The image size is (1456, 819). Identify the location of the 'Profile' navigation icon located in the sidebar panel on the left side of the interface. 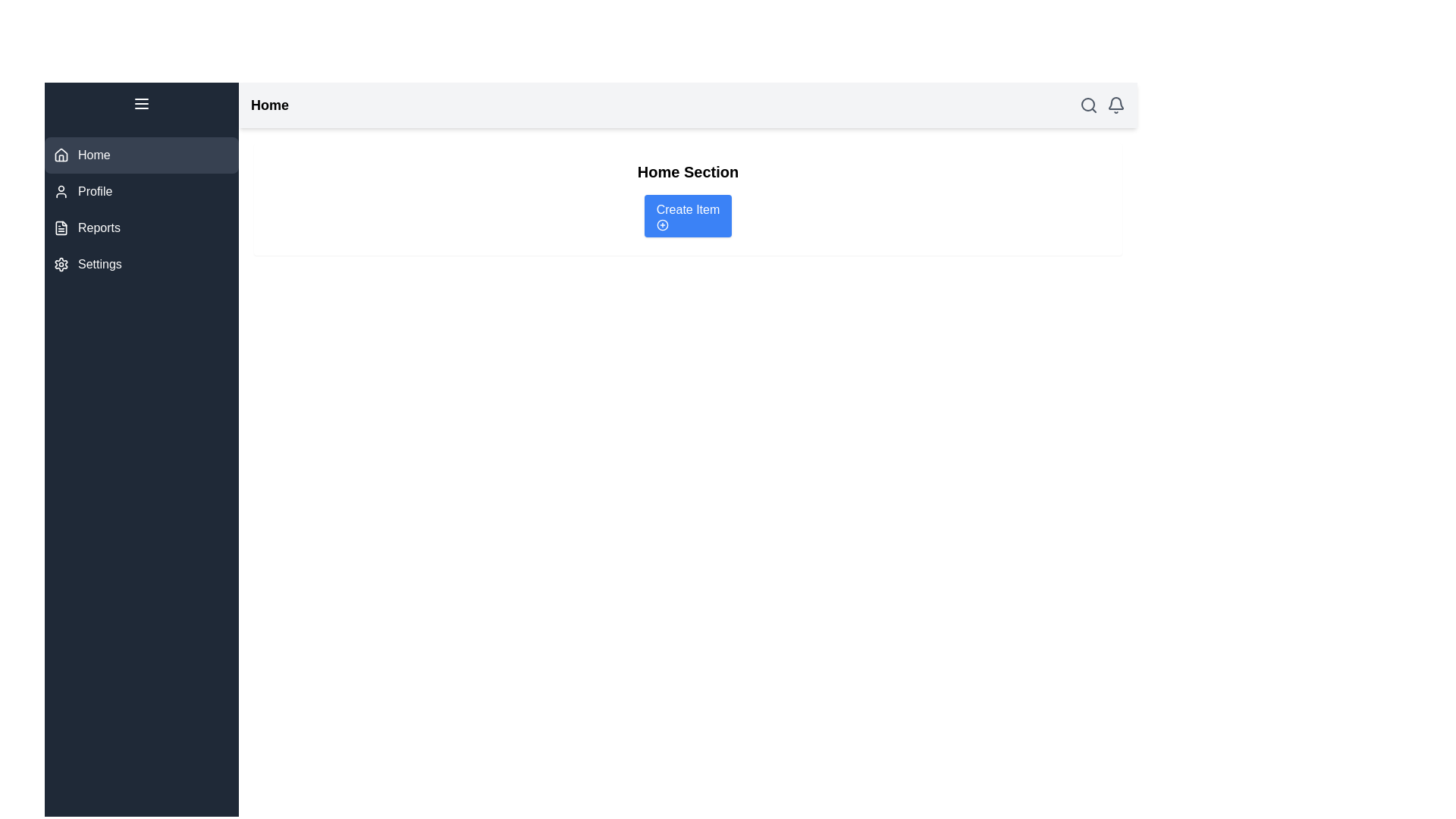
(61, 191).